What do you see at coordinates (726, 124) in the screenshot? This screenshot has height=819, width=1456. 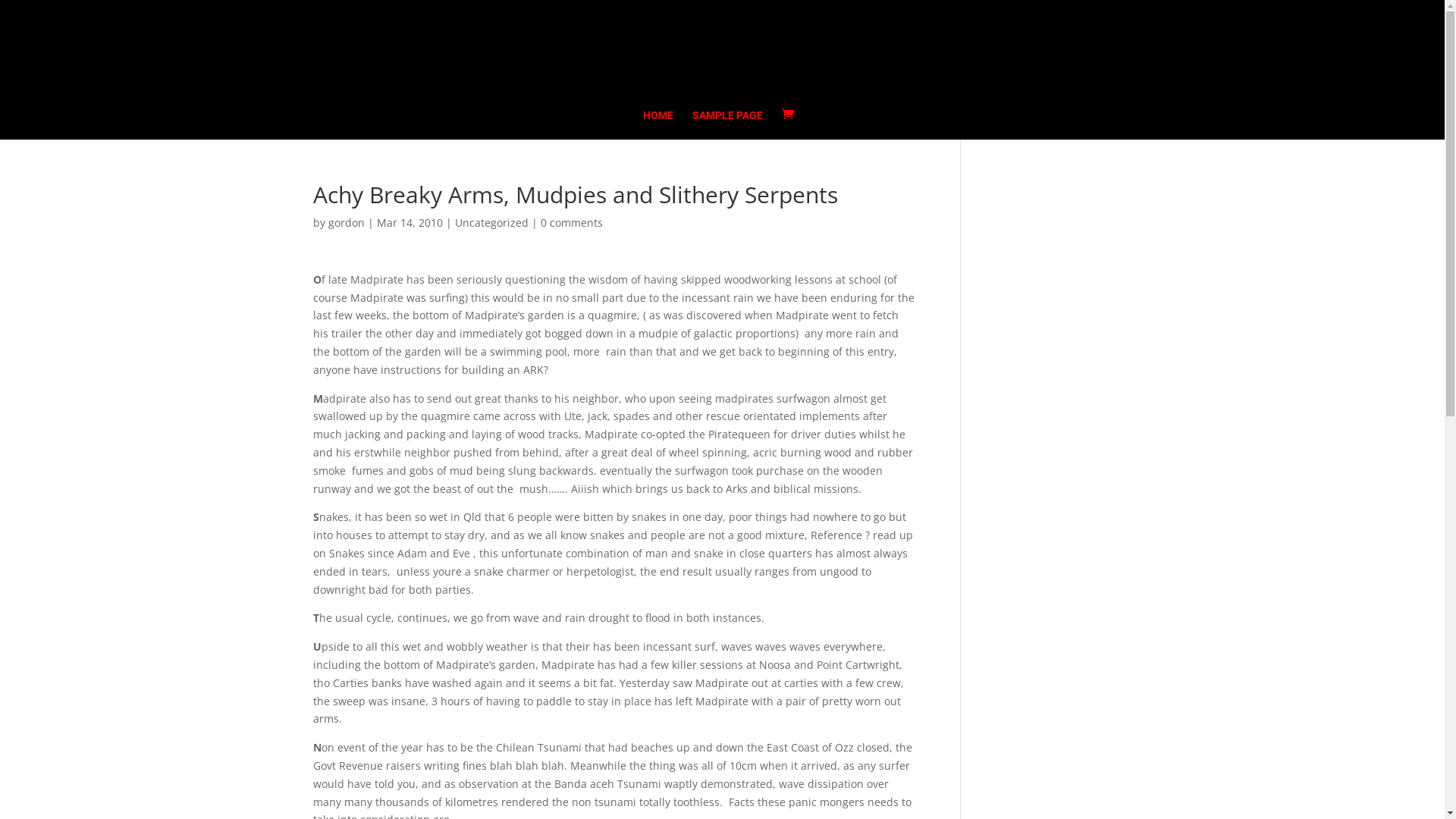 I see `'SAMPLE PAGE'` at bounding box center [726, 124].